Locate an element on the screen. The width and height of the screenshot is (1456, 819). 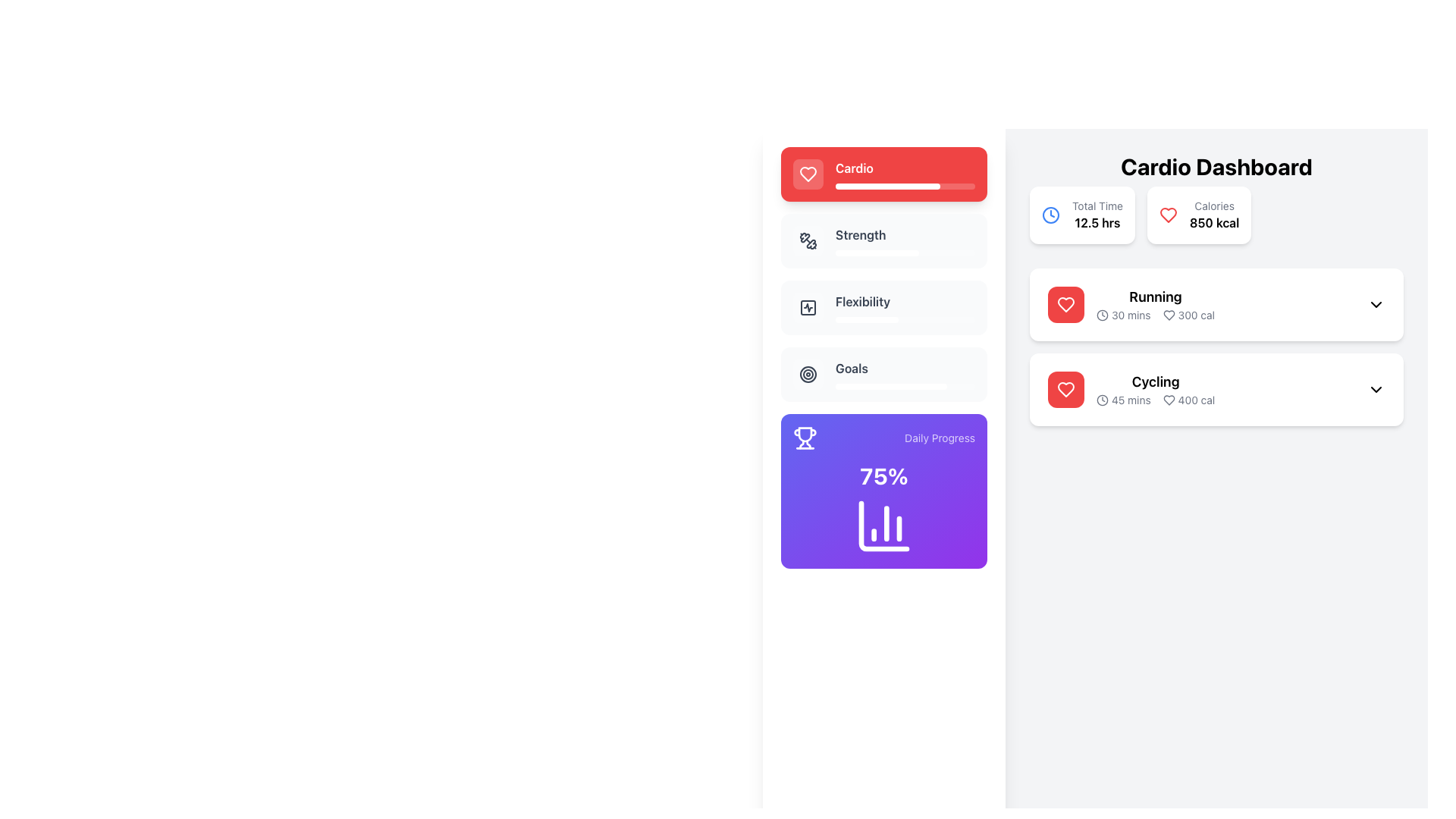
the small rectangular button with a white background and a square wave-like icon, located below the 'Strength' button and above the 'Goals' button is located at coordinates (807, 307).